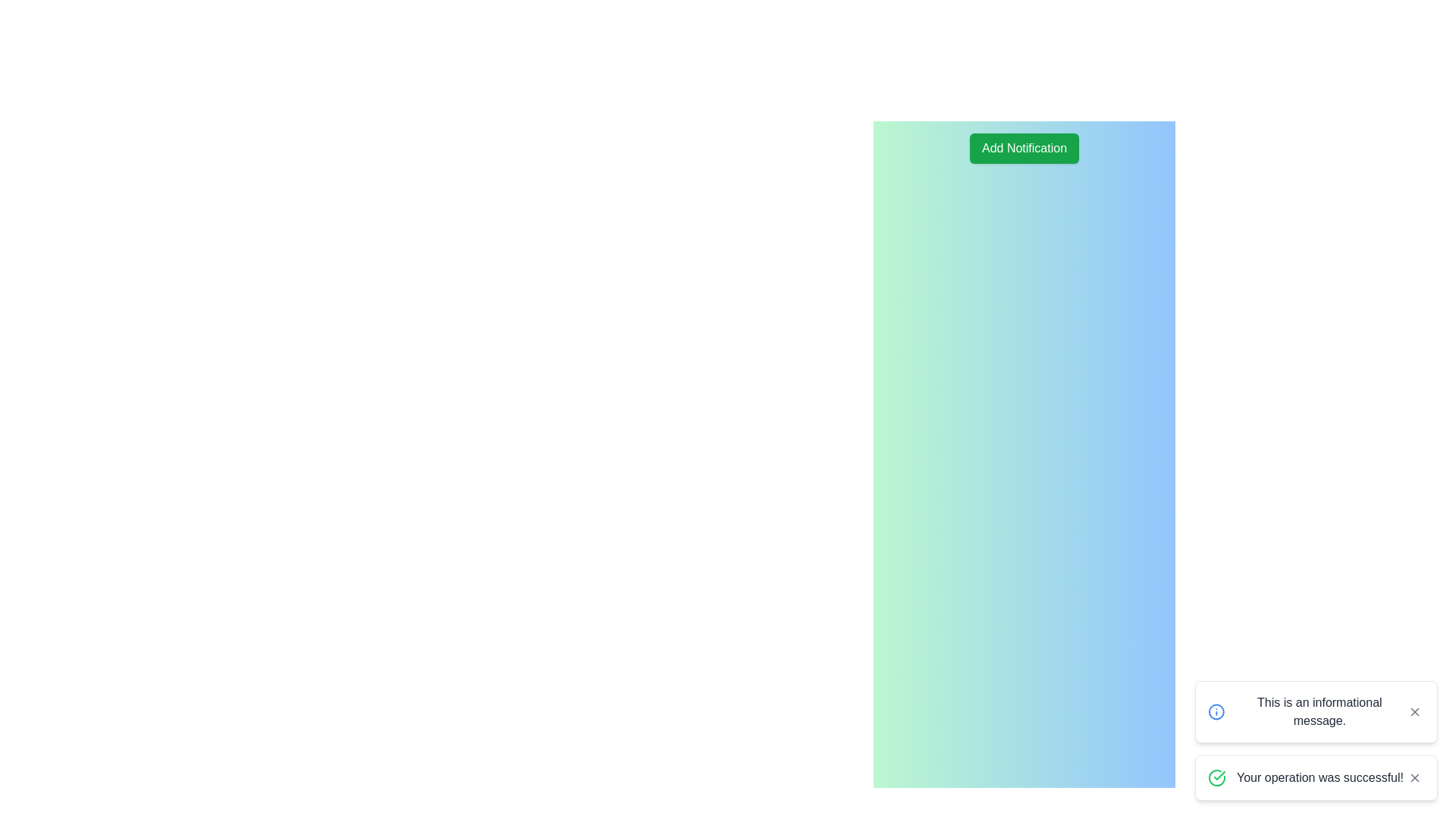 Image resolution: width=1456 pixels, height=819 pixels. What do you see at coordinates (1216, 778) in the screenshot?
I see `the success confirmation icon located in the notification card at the bottom-right of the interface, adjacent to the success message` at bounding box center [1216, 778].